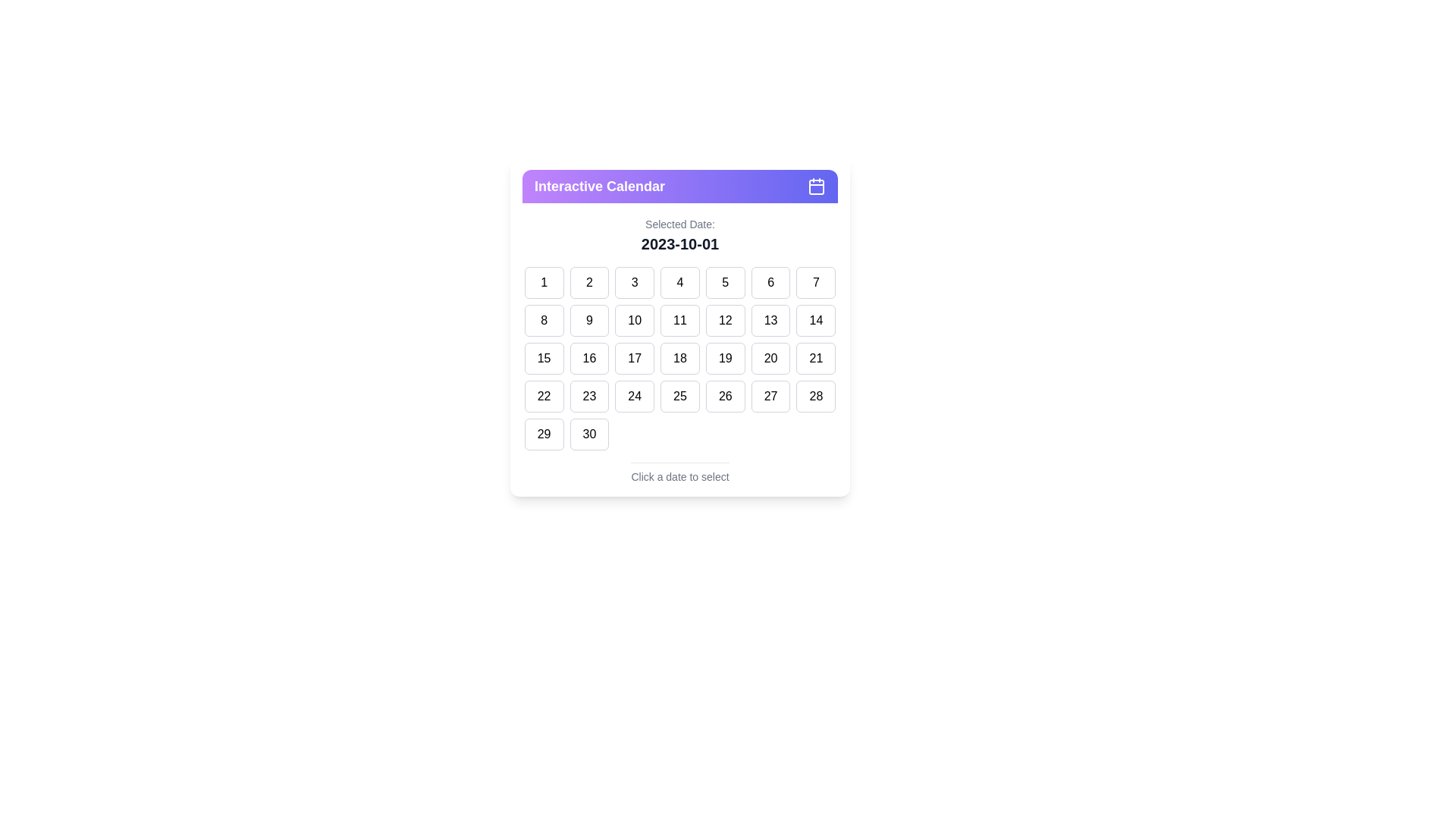  What do you see at coordinates (544, 283) in the screenshot?
I see `the rectangular button labeled '1' with a white background and bold black text` at bounding box center [544, 283].